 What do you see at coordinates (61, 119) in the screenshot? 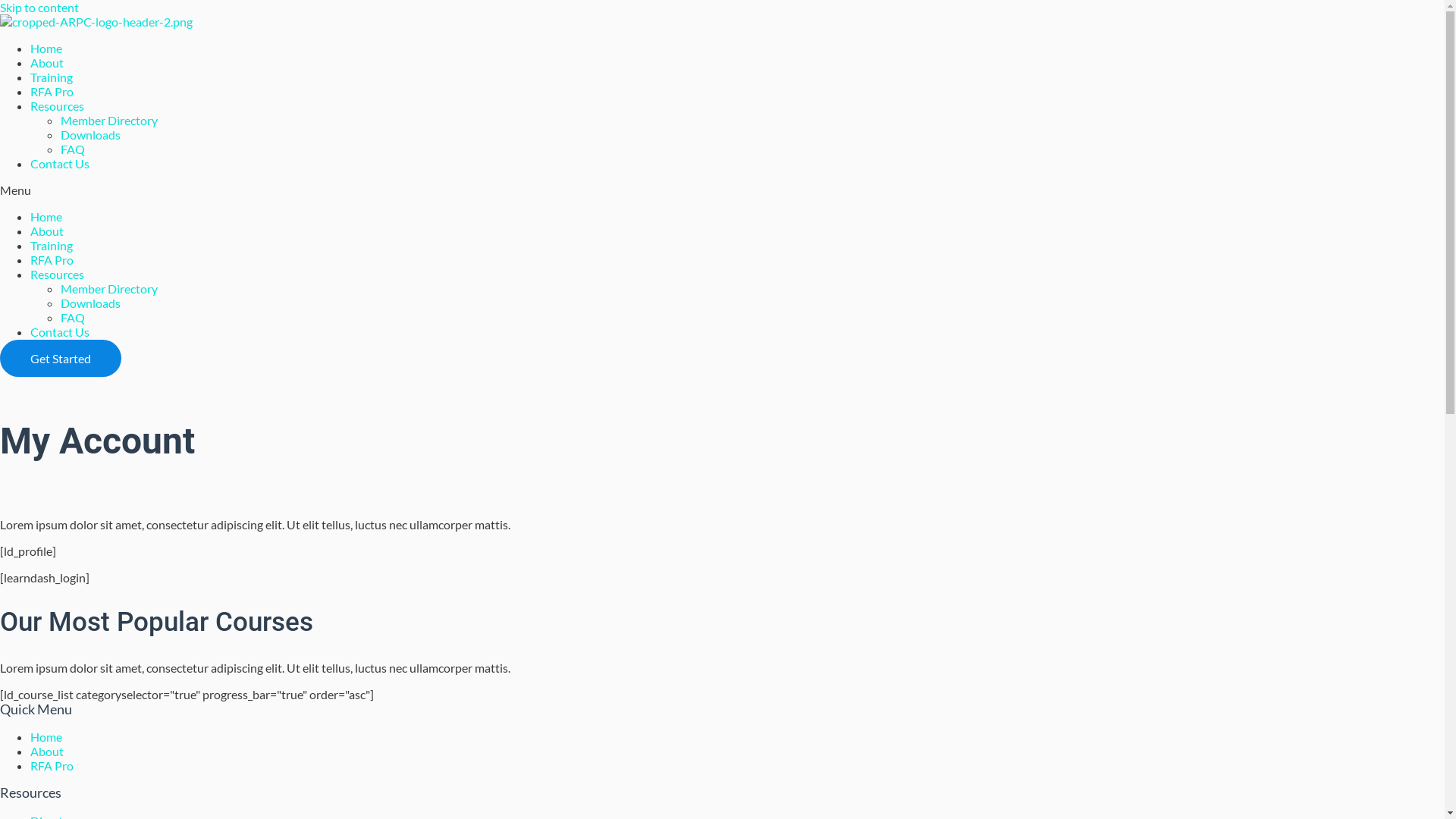
I see `'Member Directory'` at bounding box center [61, 119].